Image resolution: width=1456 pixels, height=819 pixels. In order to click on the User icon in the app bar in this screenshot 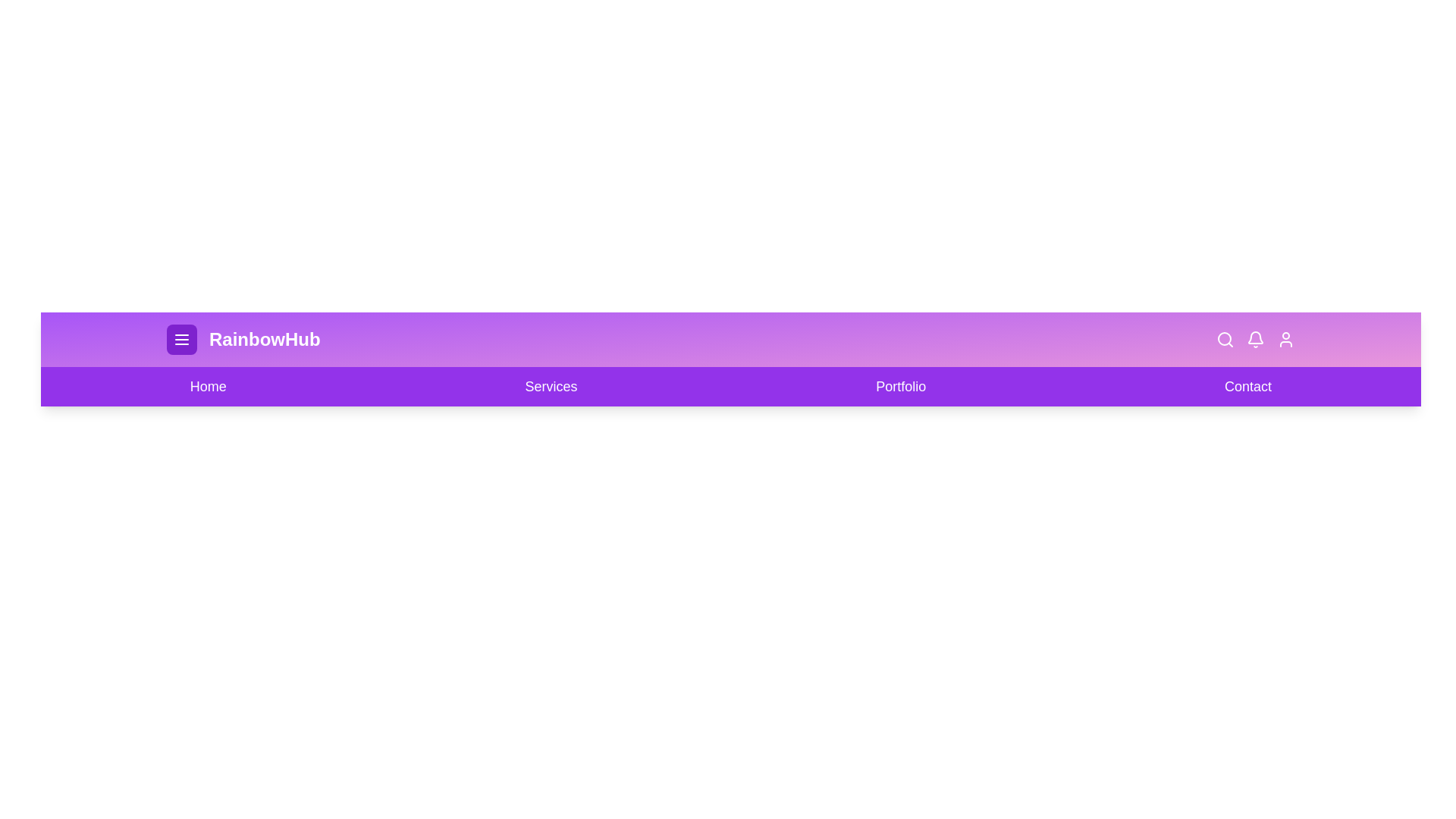, I will do `click(1285, 338)`.